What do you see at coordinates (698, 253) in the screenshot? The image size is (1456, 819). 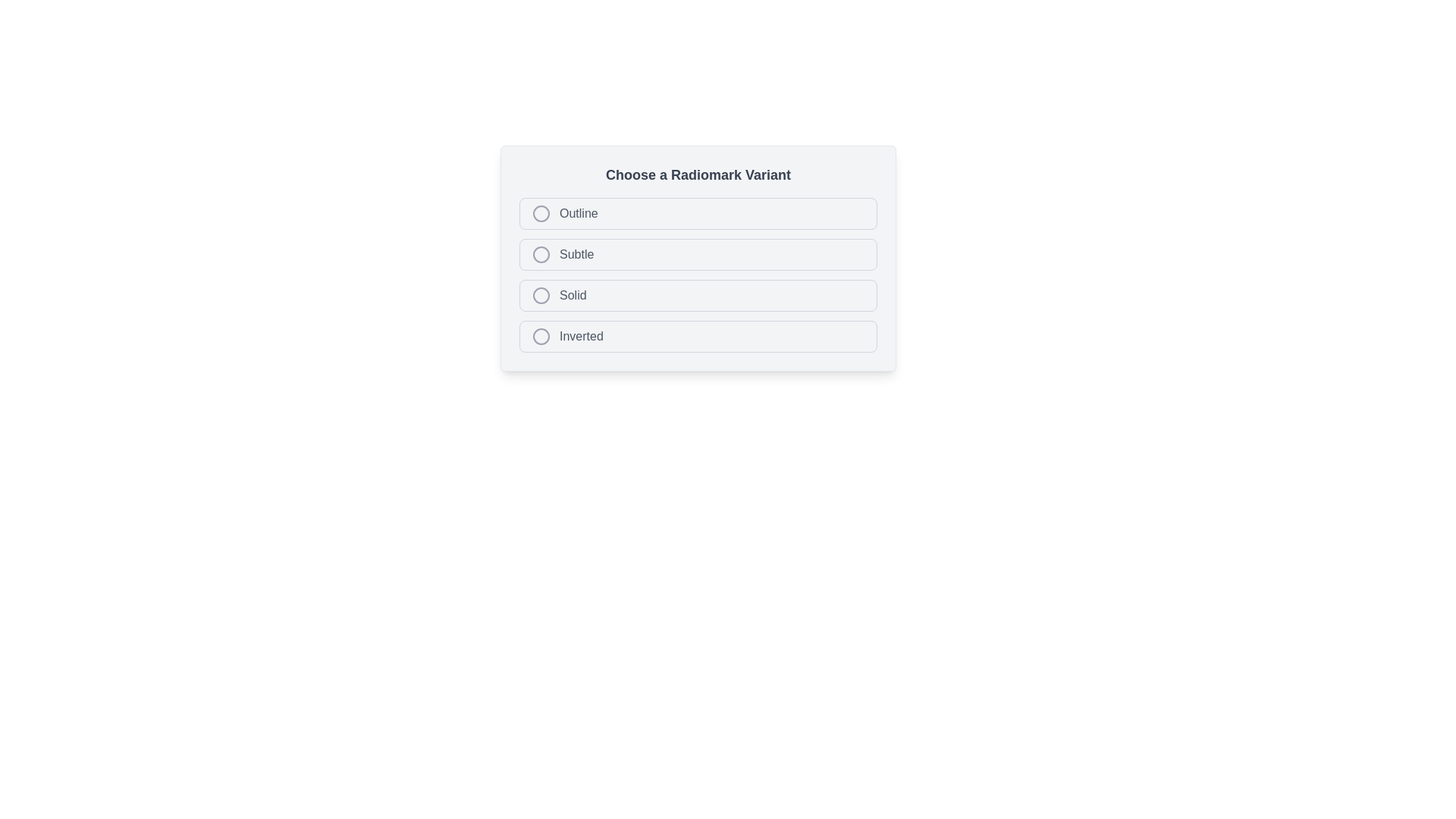 I see `the circular graphic of the second radio button labeled 'Subtle'` at bounding box center [698, 253].